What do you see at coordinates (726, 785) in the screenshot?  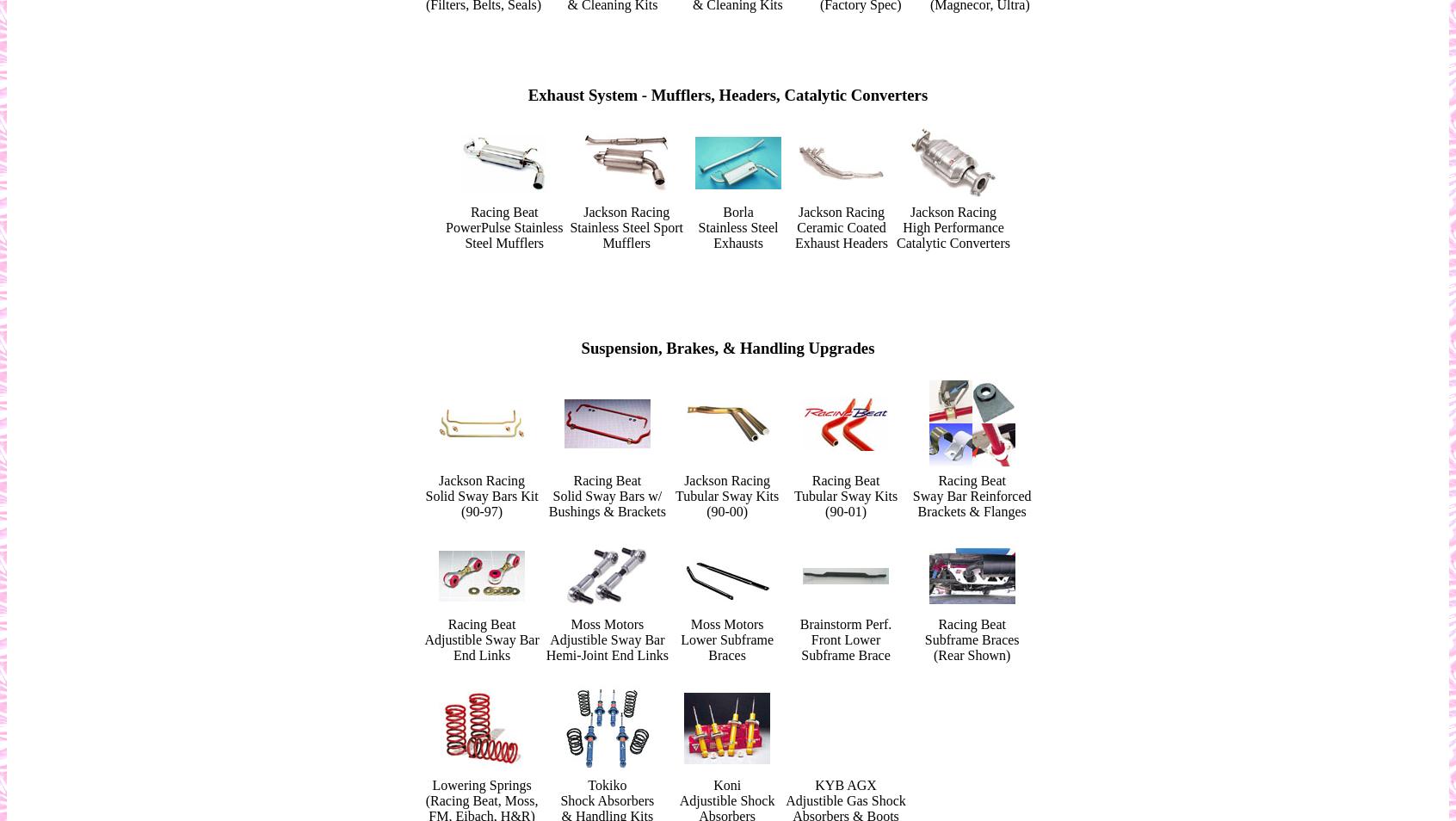 I see `'Koni'` at bounding box center [726, 785].